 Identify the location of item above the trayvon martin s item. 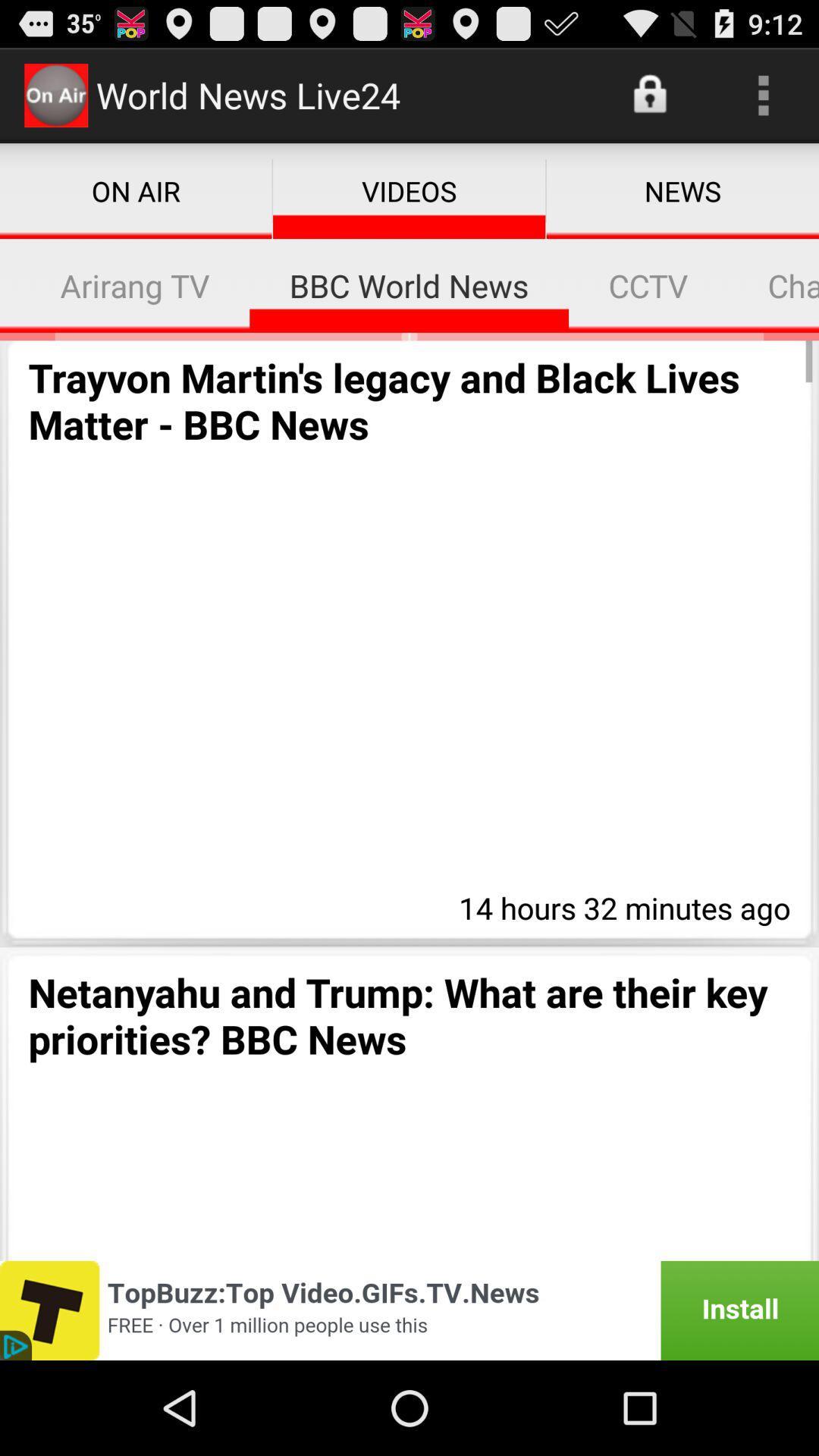
(134, 285).